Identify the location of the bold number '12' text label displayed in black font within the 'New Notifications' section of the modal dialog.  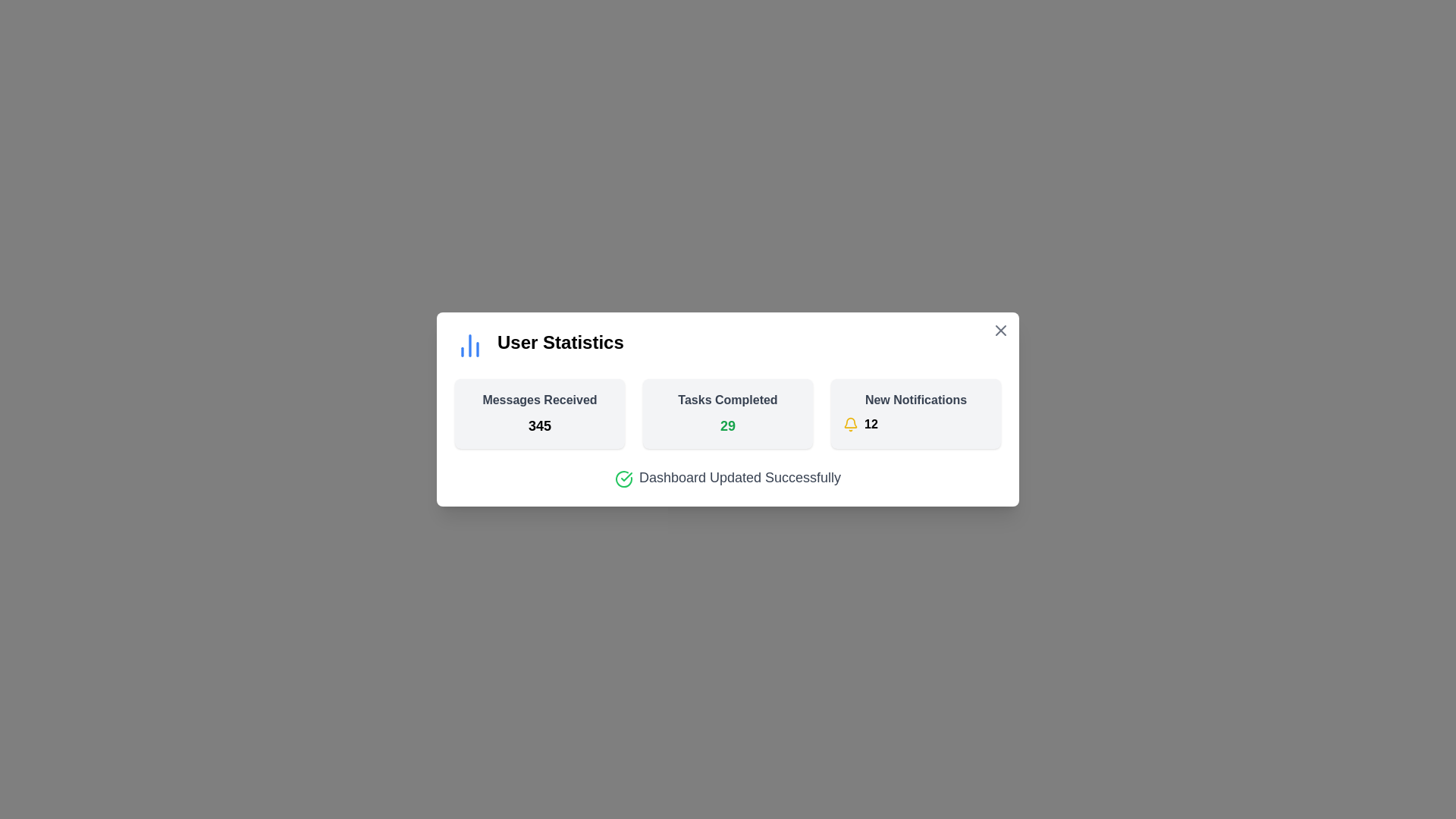
(871, 424).